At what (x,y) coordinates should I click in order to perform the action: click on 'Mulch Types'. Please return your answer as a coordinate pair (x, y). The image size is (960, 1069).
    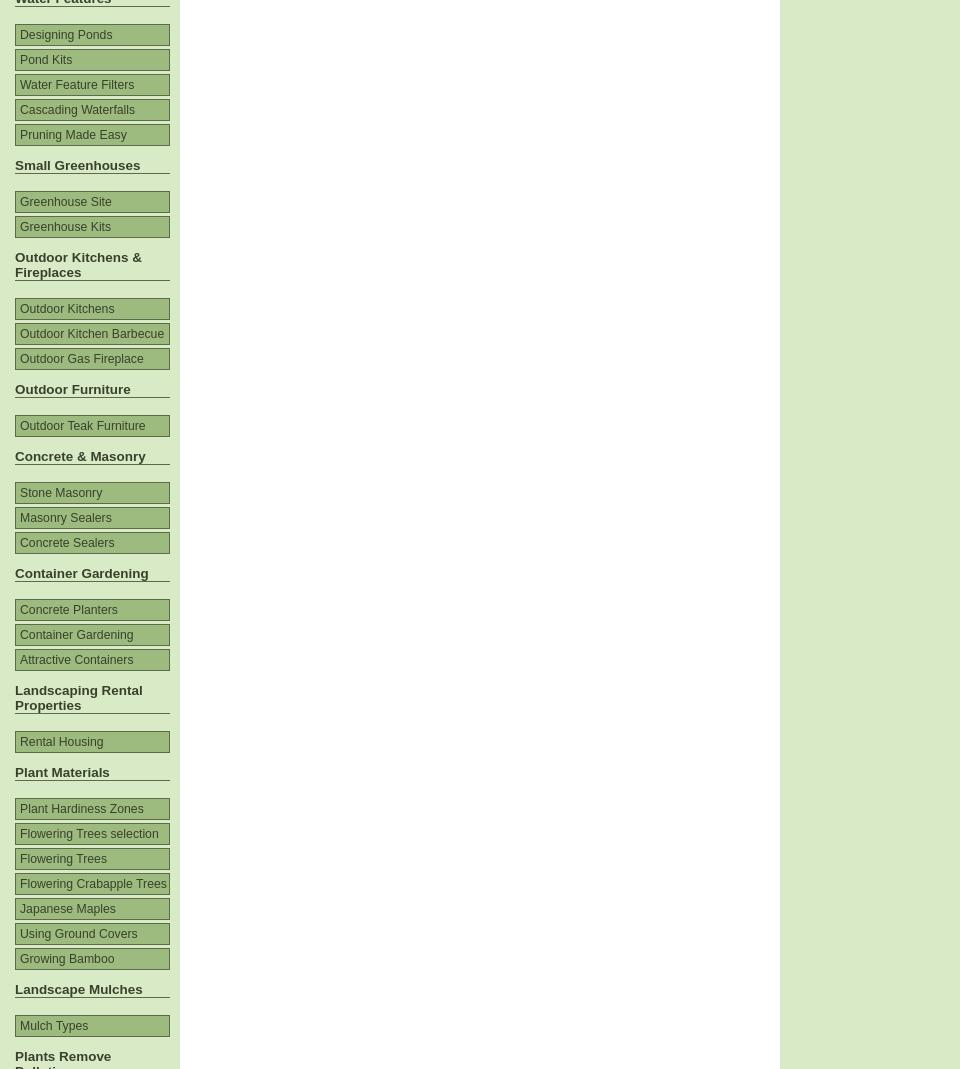
    Looking at the image, I should click on (18, 1026).